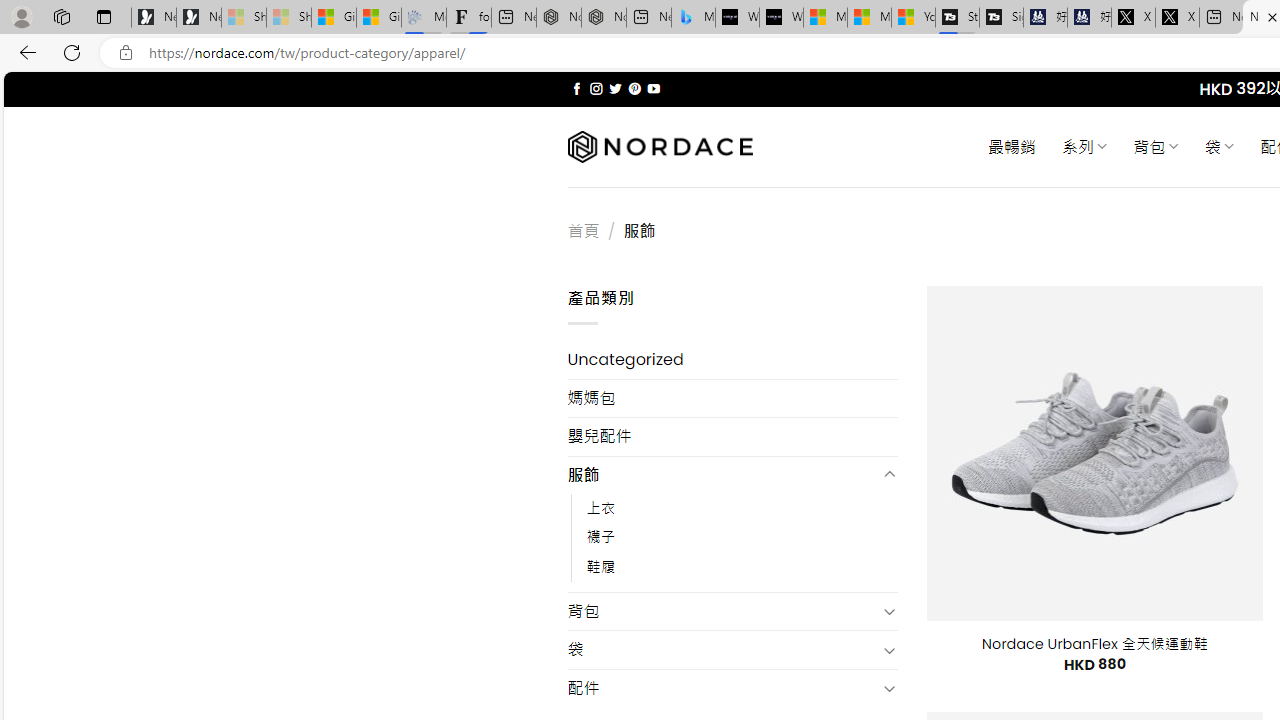  What do you see at coordinates (653, 88) in the screenshot?
I see `'Follow on YouTube'` at bounding box center [653, 88].